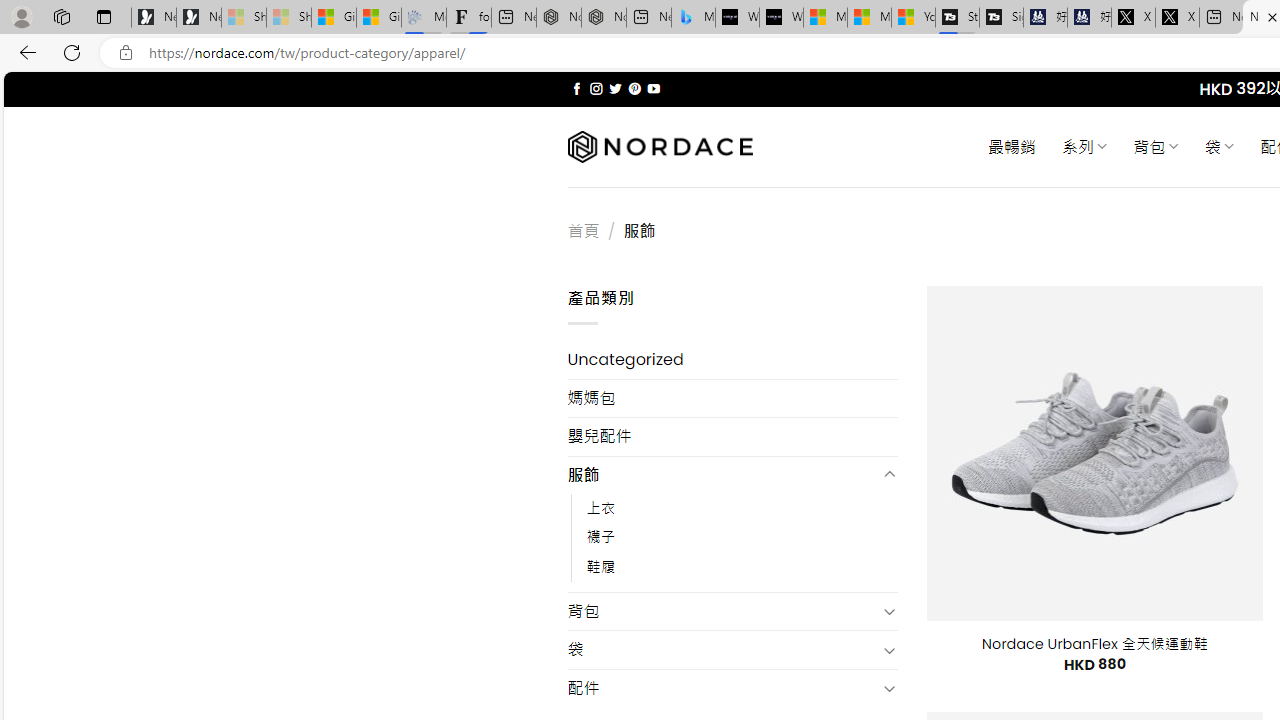  What do you see at coordinates (653, 88) in the screenshot?
I see `'Follow on YouTube'` at bounding box center [653, 88].